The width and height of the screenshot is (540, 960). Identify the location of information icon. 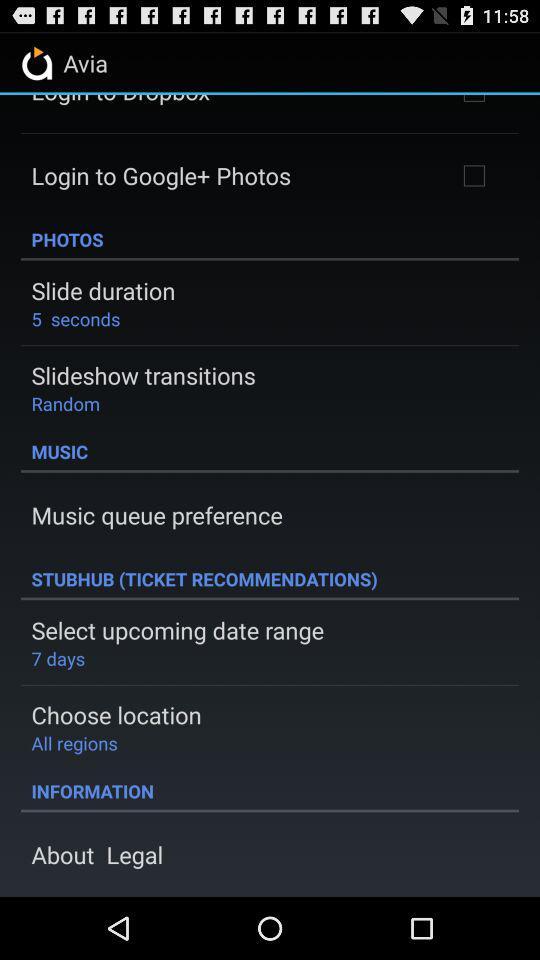
(270, 791).